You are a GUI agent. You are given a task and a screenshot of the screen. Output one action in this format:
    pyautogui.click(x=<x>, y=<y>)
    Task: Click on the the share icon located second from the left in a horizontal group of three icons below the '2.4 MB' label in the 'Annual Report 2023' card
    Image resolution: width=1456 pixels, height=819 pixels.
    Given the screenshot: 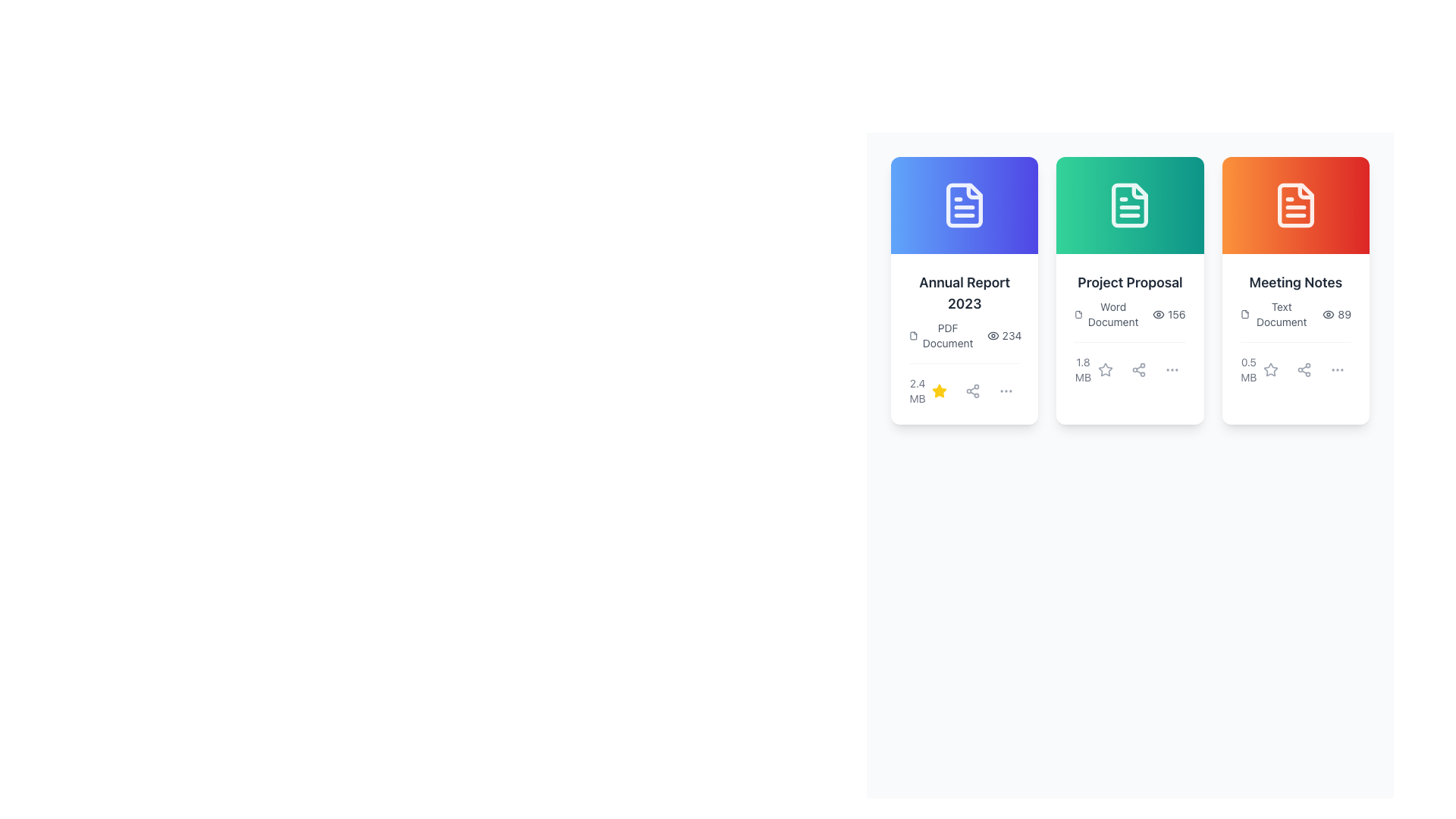 What is the action you would take?
    pyautogui.click(x=973, y=391)
    